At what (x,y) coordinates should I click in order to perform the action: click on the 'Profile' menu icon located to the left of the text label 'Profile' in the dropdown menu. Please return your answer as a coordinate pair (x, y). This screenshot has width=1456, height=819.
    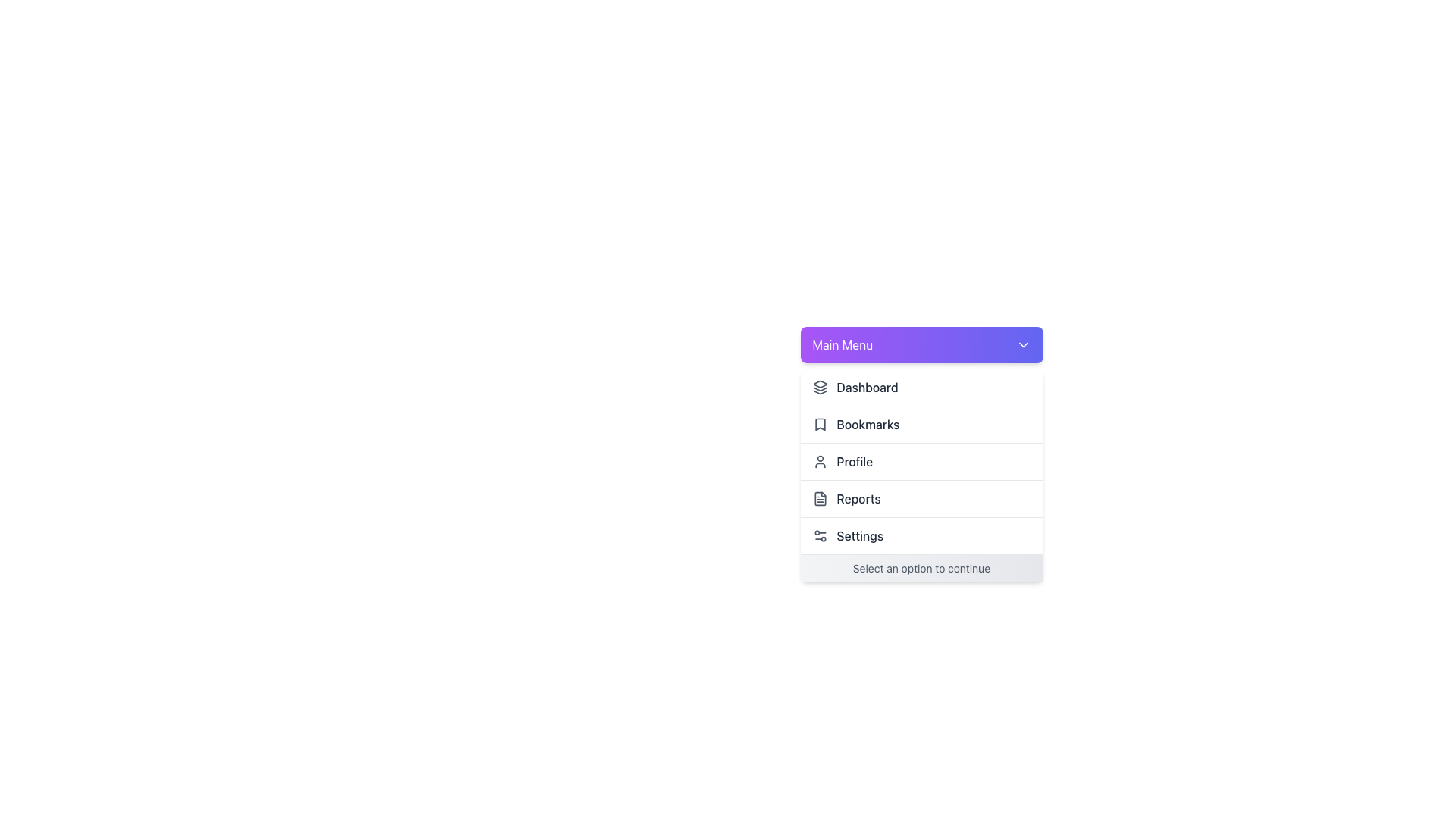
    Looking at the image, I should click on (819, 461).